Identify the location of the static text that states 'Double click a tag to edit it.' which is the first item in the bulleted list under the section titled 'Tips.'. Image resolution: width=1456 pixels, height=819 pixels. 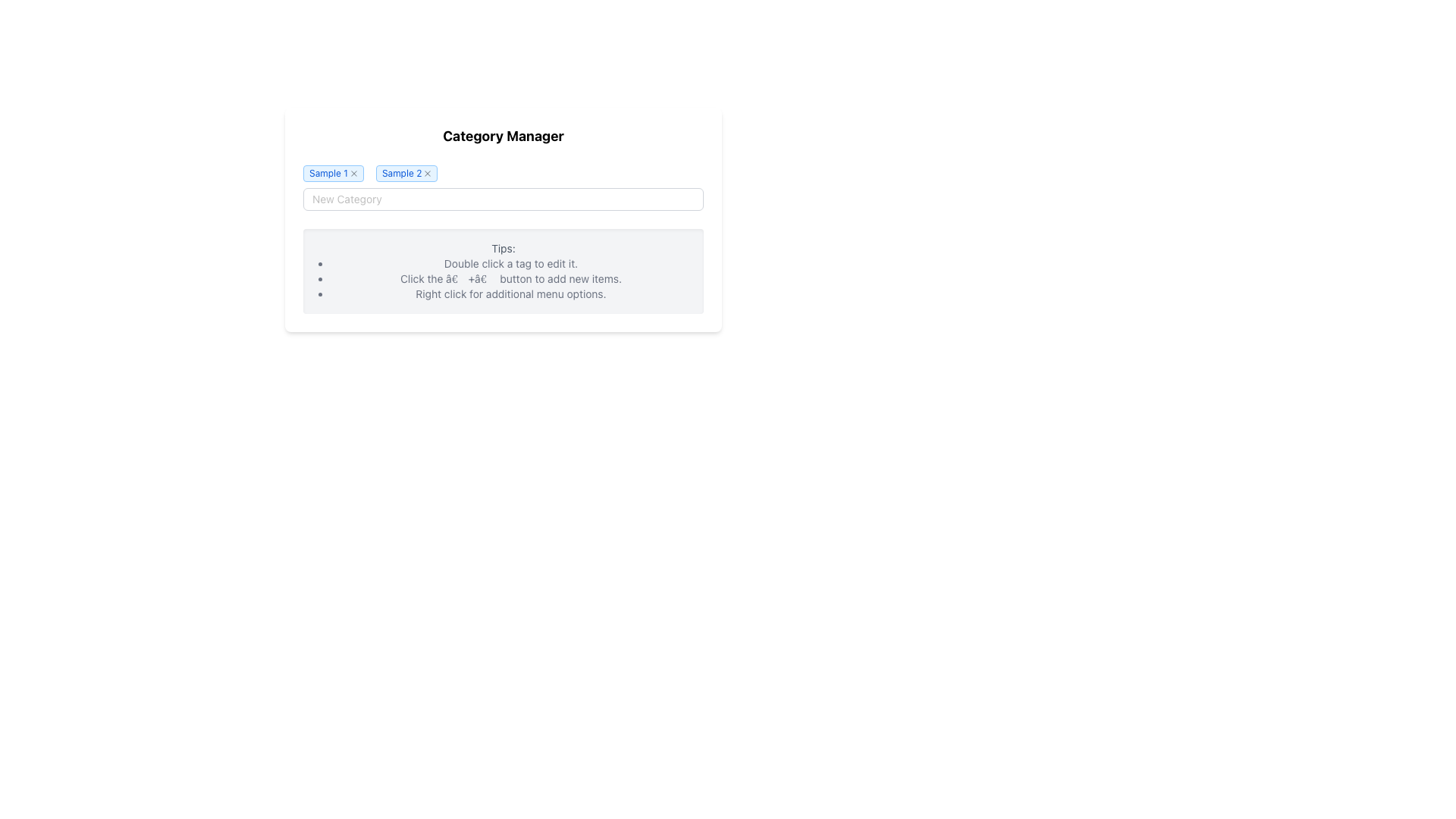
(510, 262).